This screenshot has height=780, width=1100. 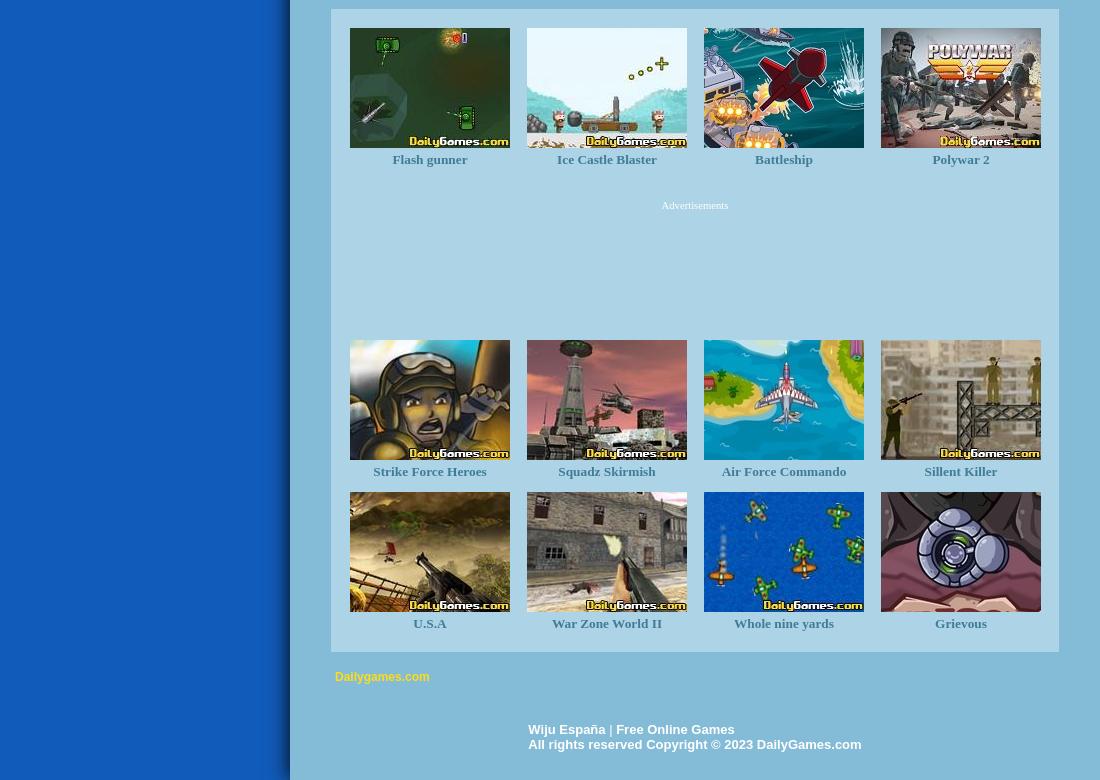 I want to click on 'Battleship', so click(x=754, y=158).